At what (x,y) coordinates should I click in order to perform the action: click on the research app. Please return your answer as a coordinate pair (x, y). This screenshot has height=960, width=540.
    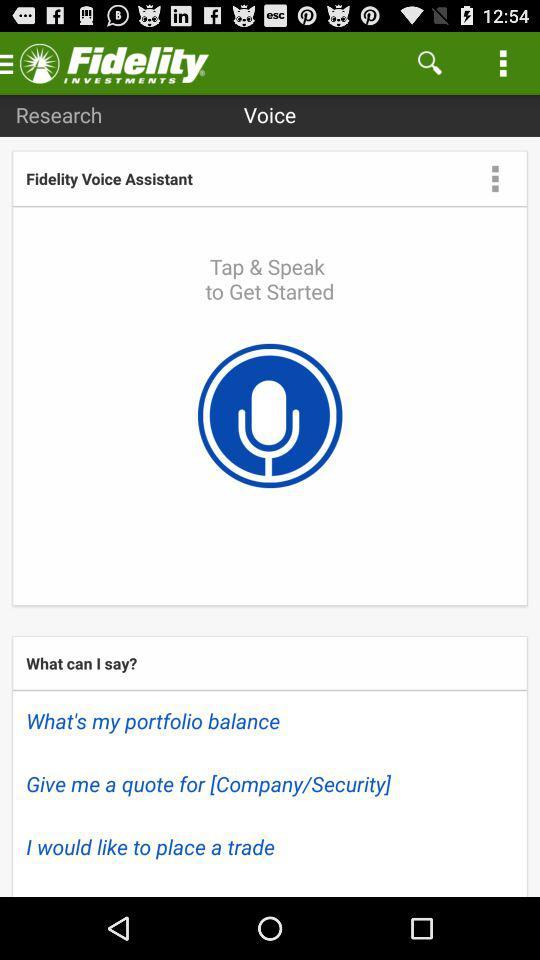
    Looking at the image, I should click on (59, 114).